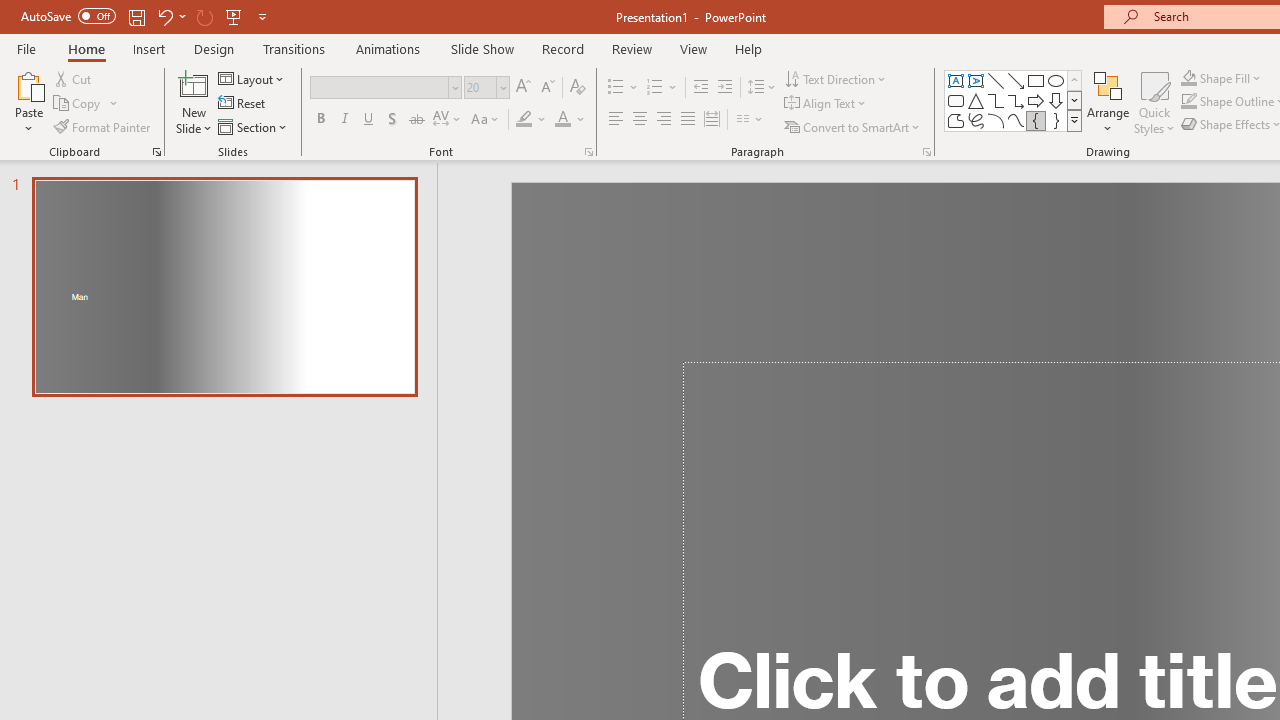 This screenshot has width=1280, height=720. I want to click on 'Align Left', so click(615, 119).